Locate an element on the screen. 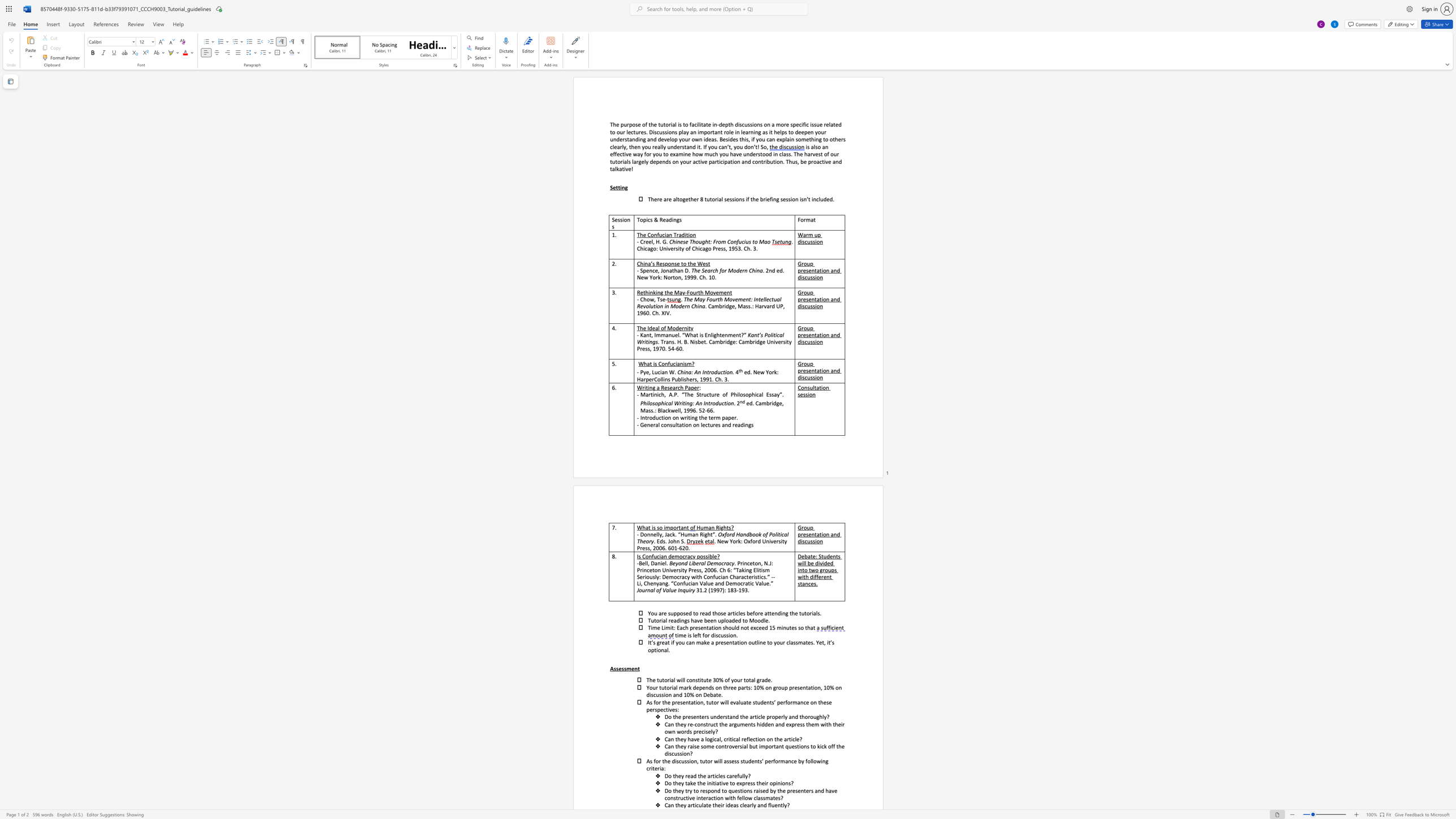 This screenshot has width=1456, height=819. the subset text "ew York" within the text "ed. New York:" is located at coordinates (757, 372).